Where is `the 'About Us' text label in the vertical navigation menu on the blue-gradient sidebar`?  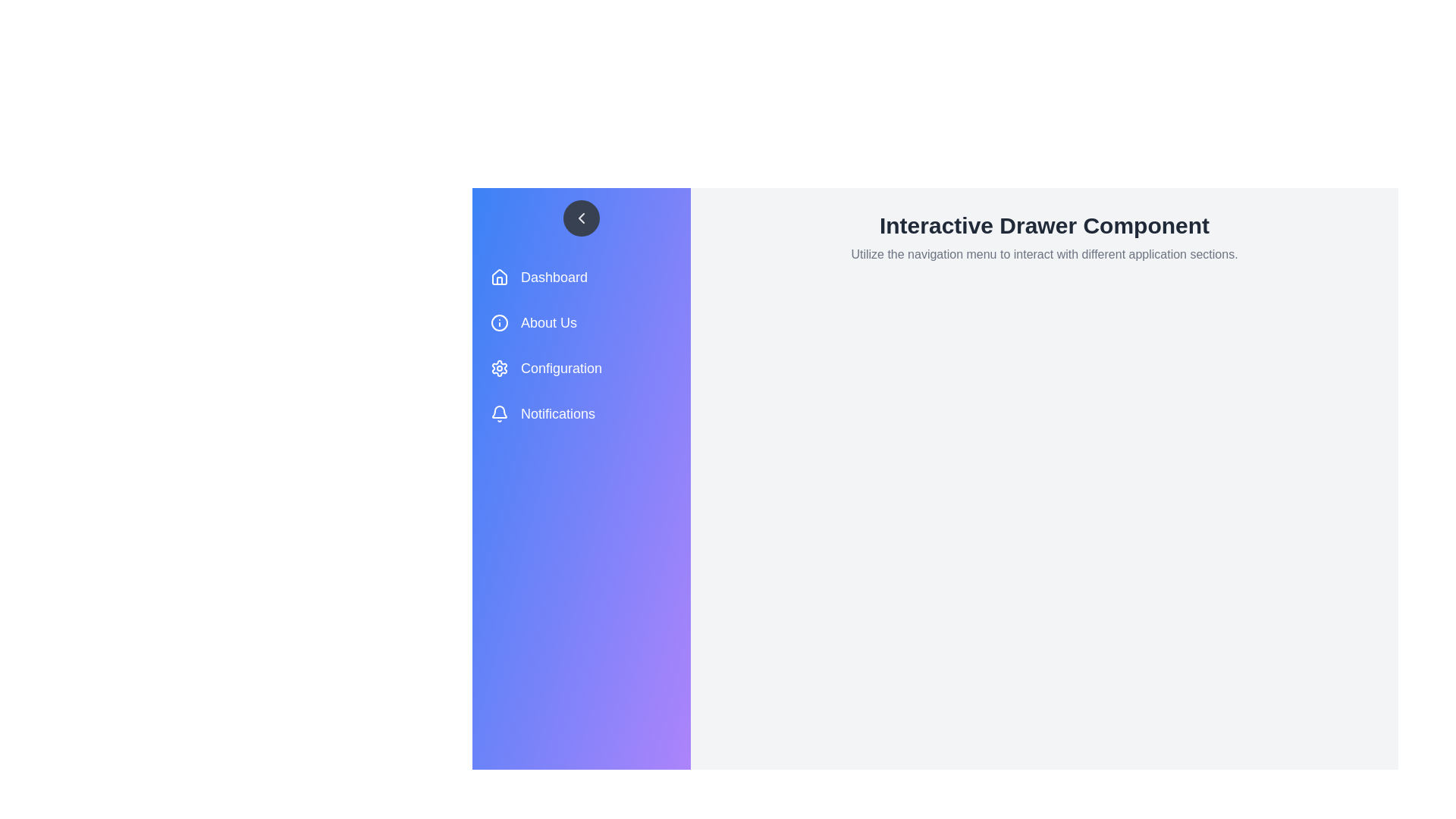 the 'About Us' text label in the vertical navigation menu on the blue-gradient sidebar is located at coordinates (548, 322).